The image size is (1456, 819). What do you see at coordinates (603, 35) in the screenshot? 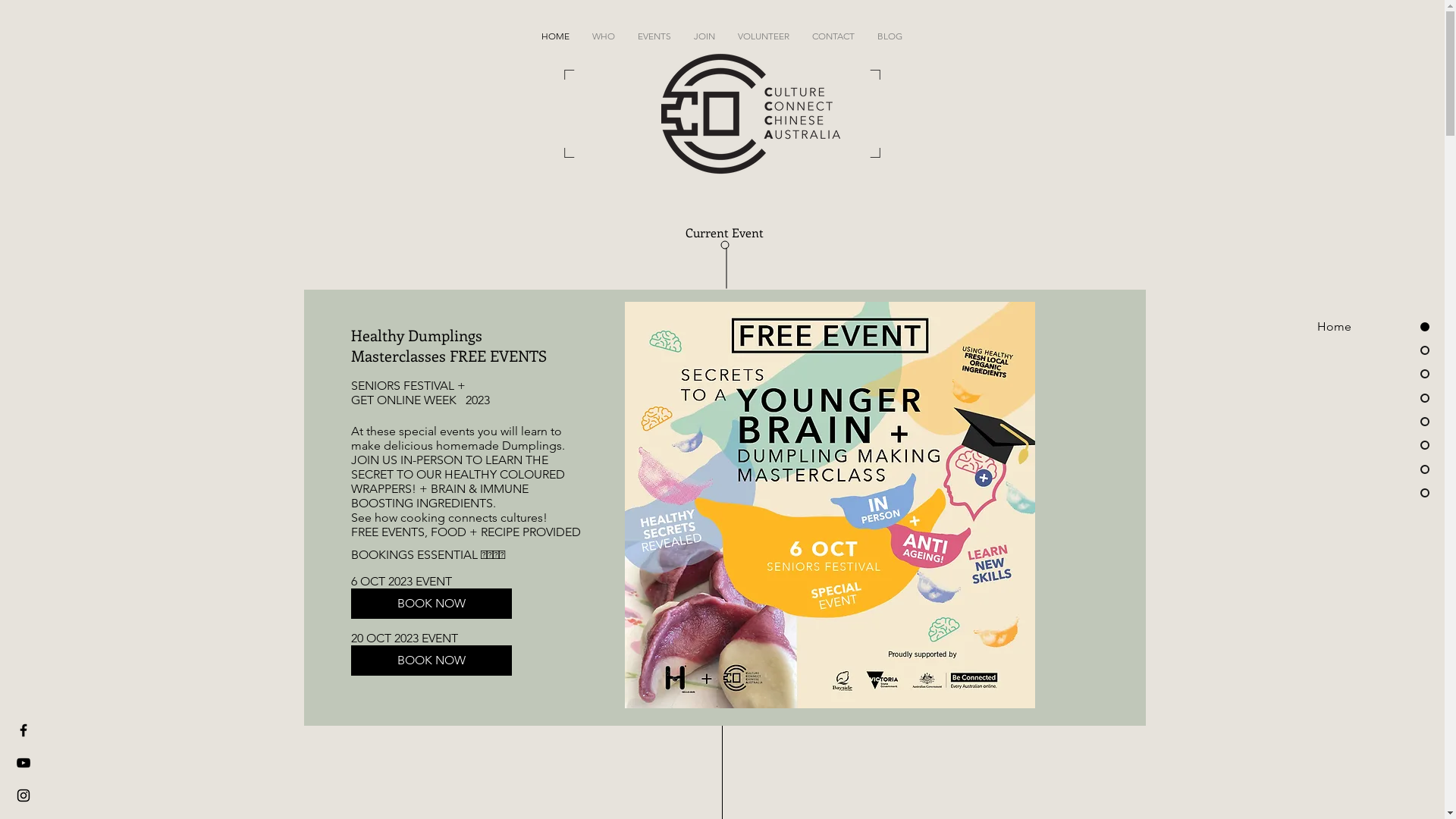
I see `'WHO'` at bounding box center [603, 35].